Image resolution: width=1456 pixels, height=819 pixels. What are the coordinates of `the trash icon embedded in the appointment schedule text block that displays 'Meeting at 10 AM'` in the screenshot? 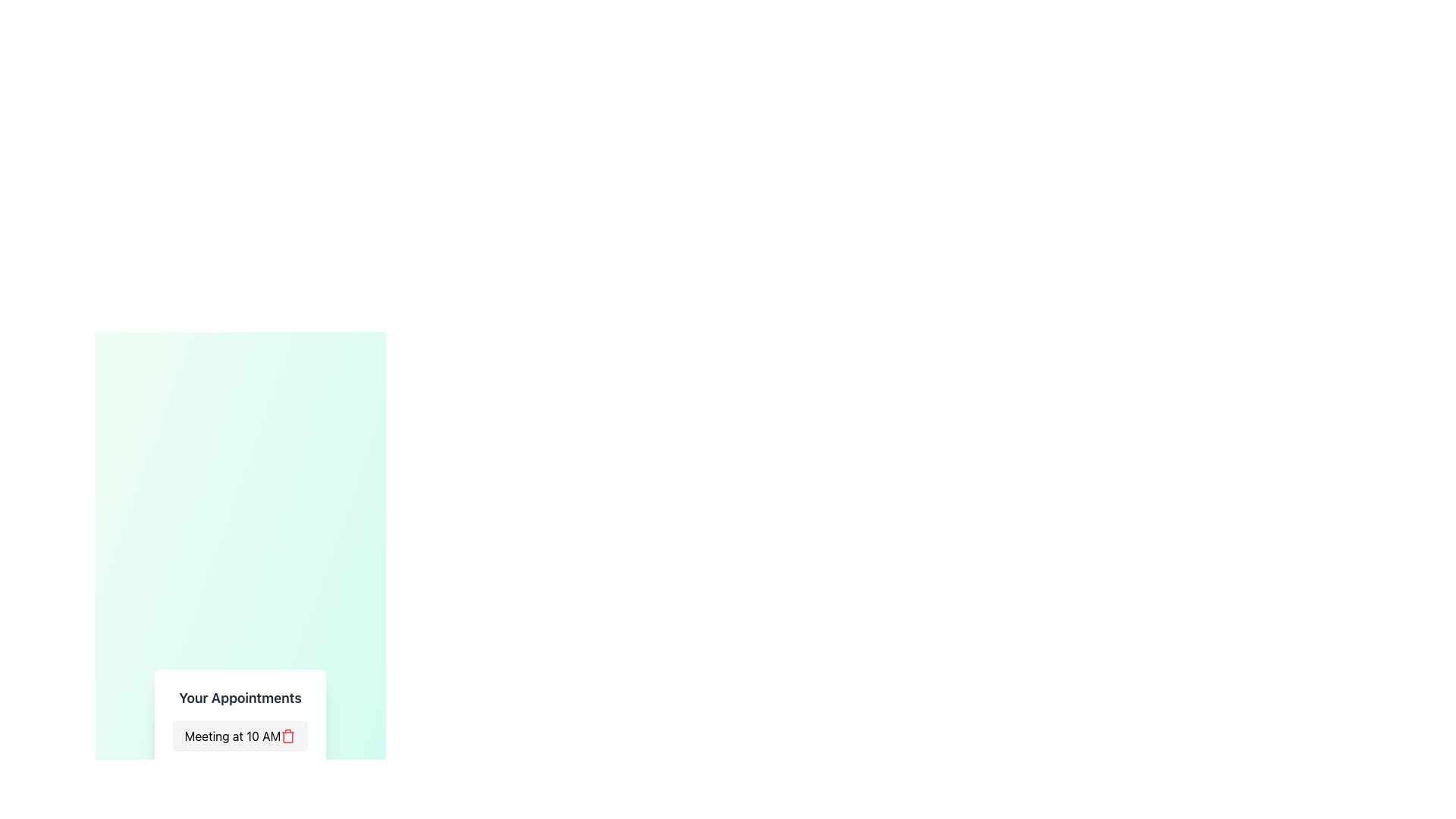 It's located at (239, 741).